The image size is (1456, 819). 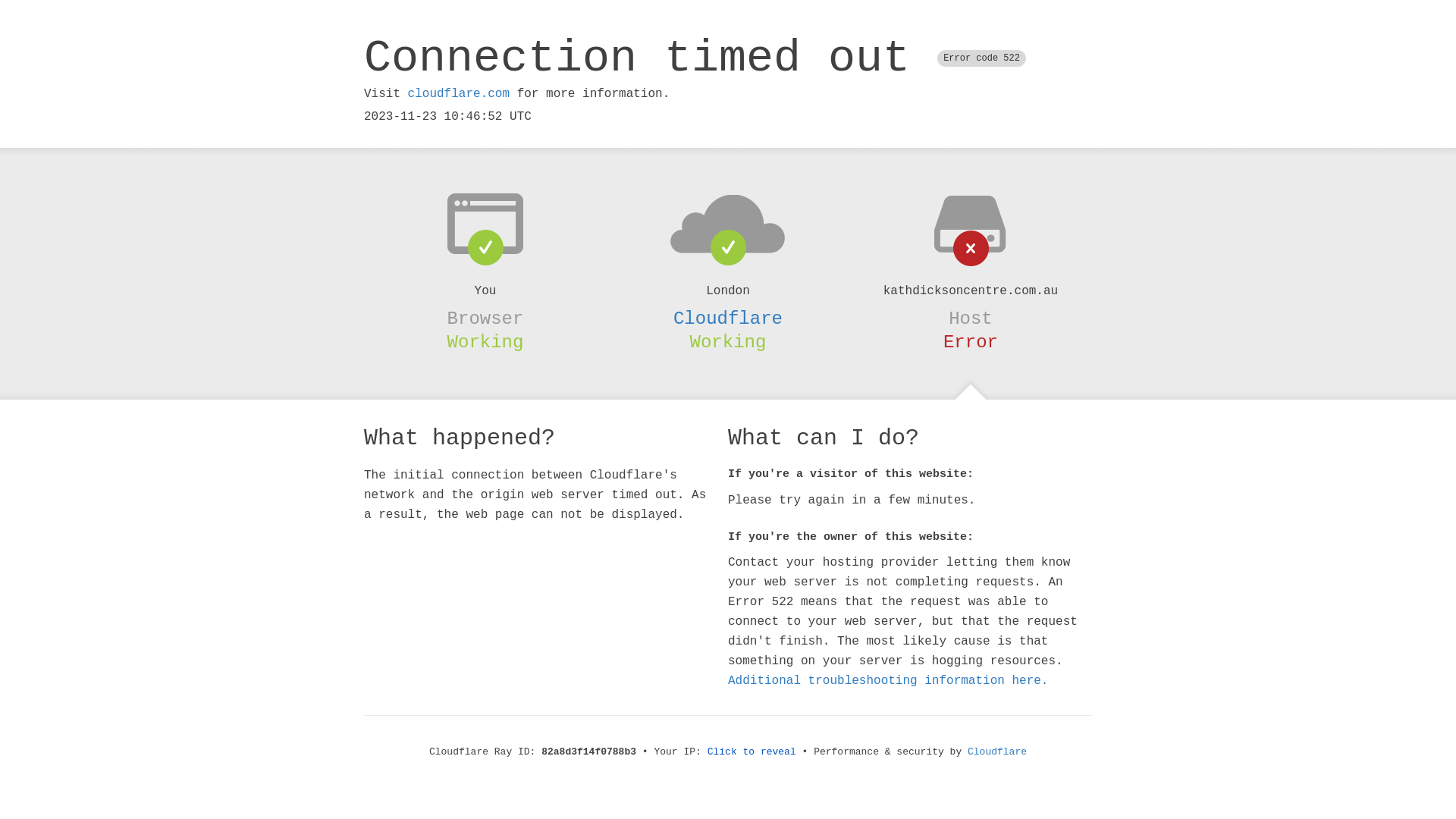 I want to click on 'cloudflare.com', so click(x=457, y=93).